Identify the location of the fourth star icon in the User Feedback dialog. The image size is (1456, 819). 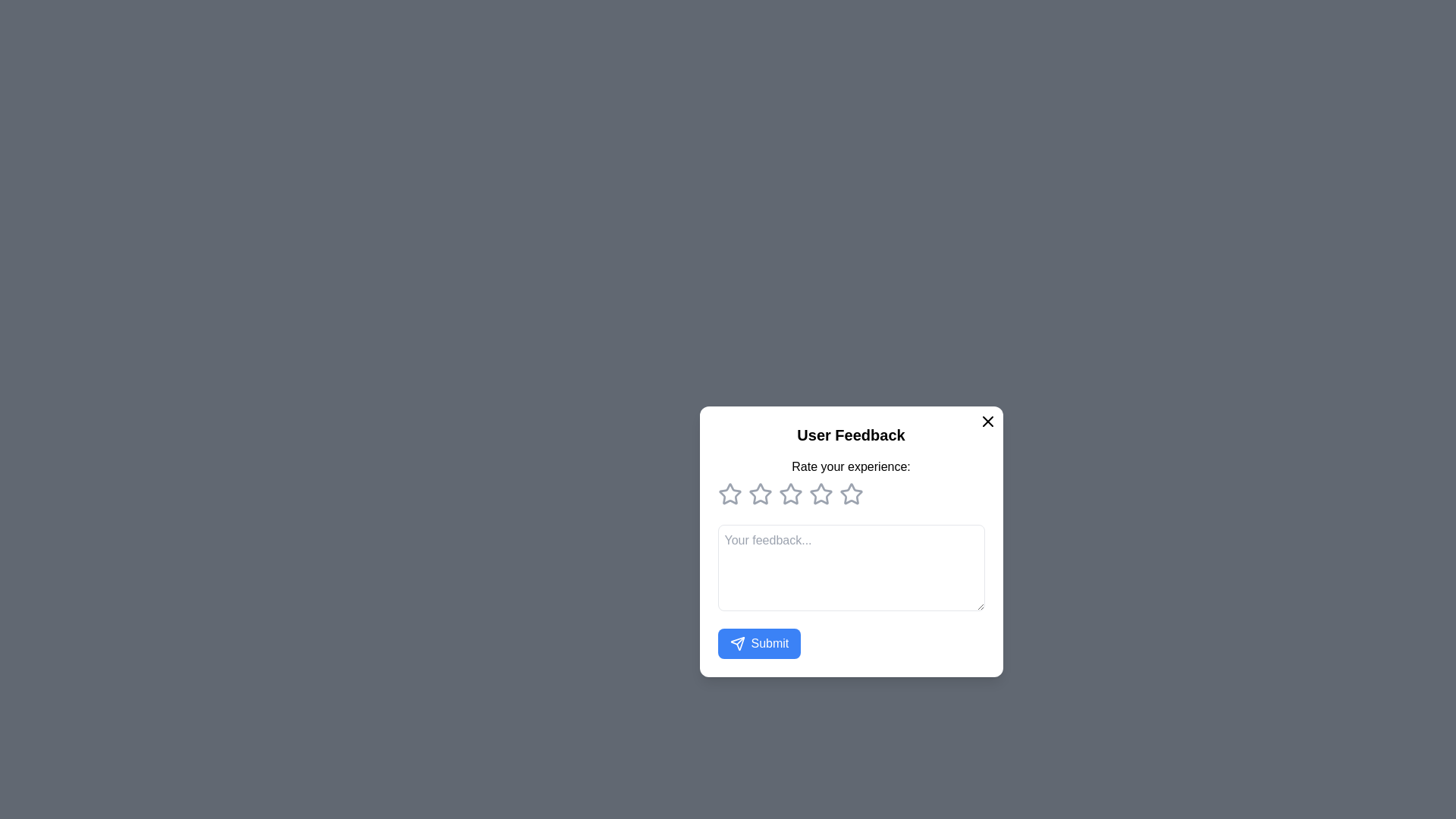
(820, 494).